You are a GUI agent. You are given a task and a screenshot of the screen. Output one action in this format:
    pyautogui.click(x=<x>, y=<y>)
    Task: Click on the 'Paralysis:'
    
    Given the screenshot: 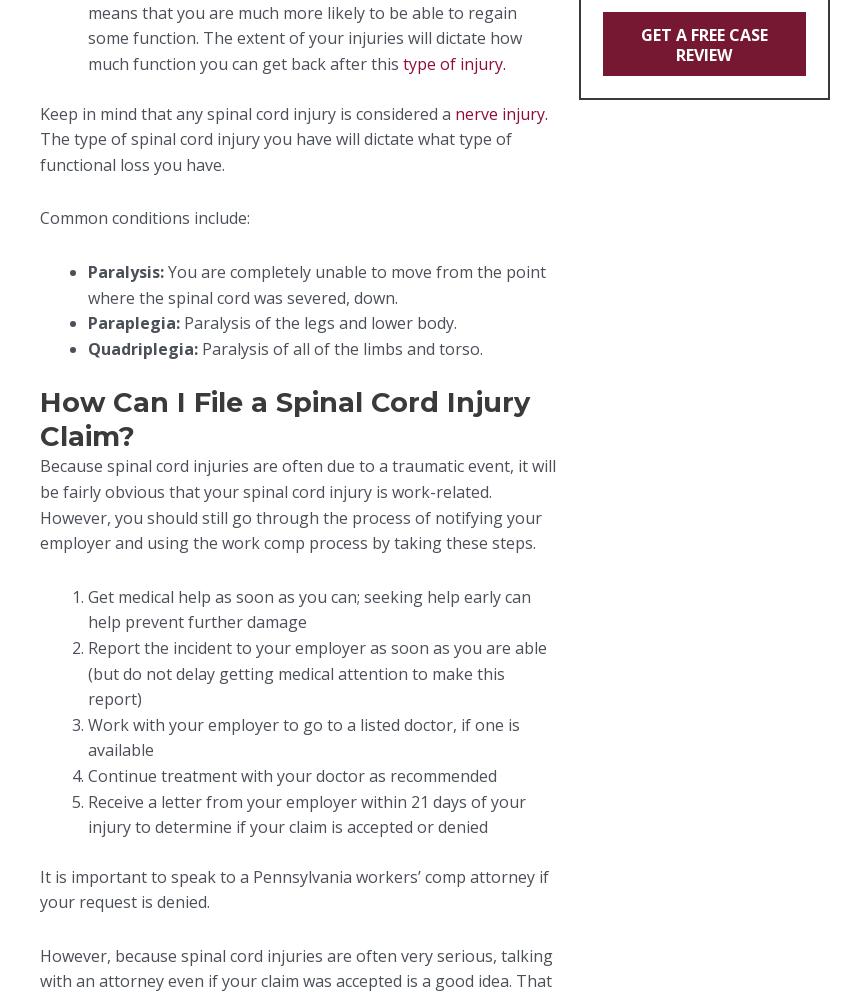 What is the action you would take?
    pyautogui.click(x=124, y=271)
    